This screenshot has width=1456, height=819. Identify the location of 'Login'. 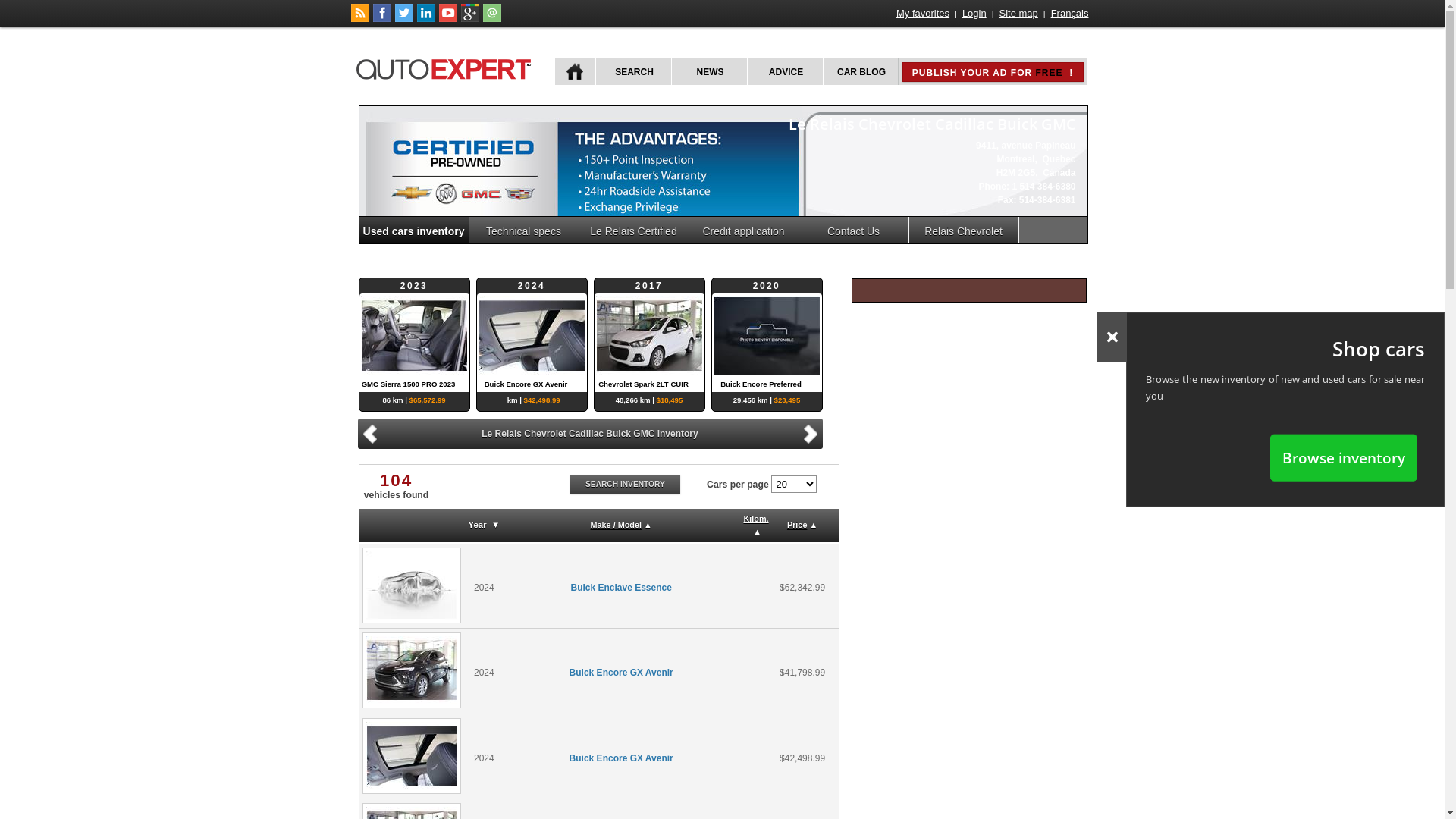
(960, 13).